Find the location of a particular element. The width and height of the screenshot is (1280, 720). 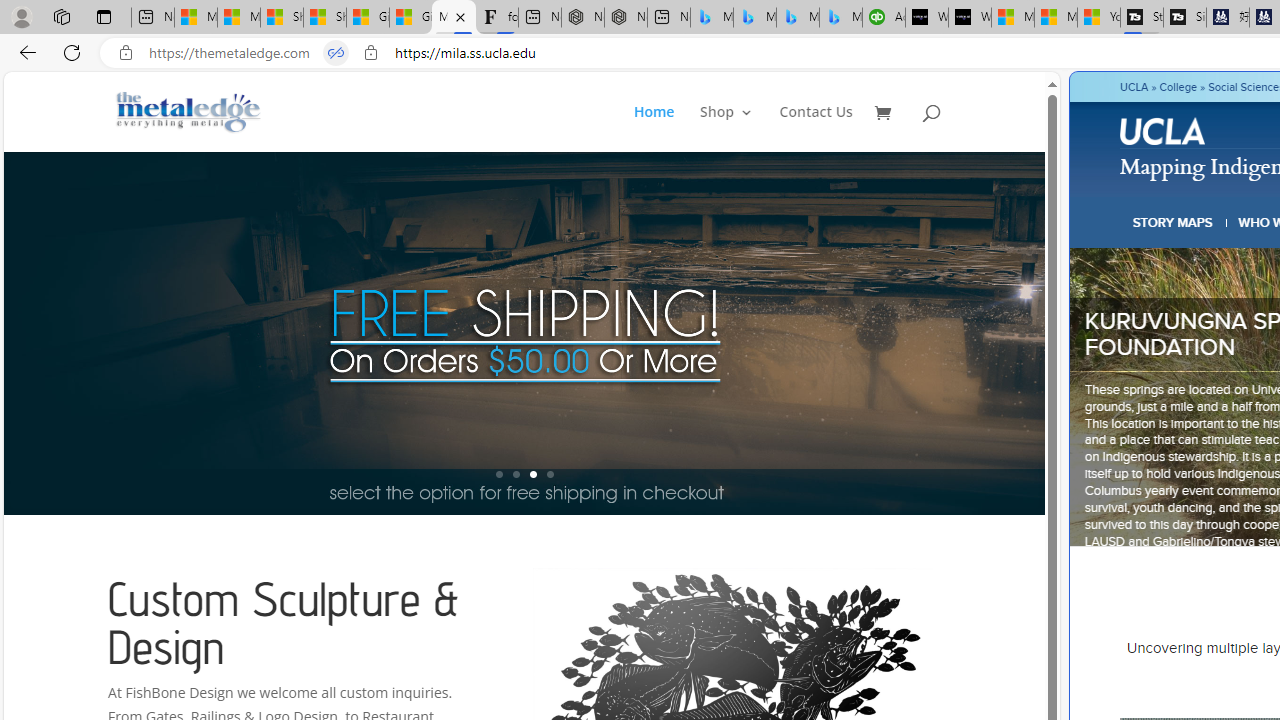

'Contact Us' is located at coordinates (816, 128).